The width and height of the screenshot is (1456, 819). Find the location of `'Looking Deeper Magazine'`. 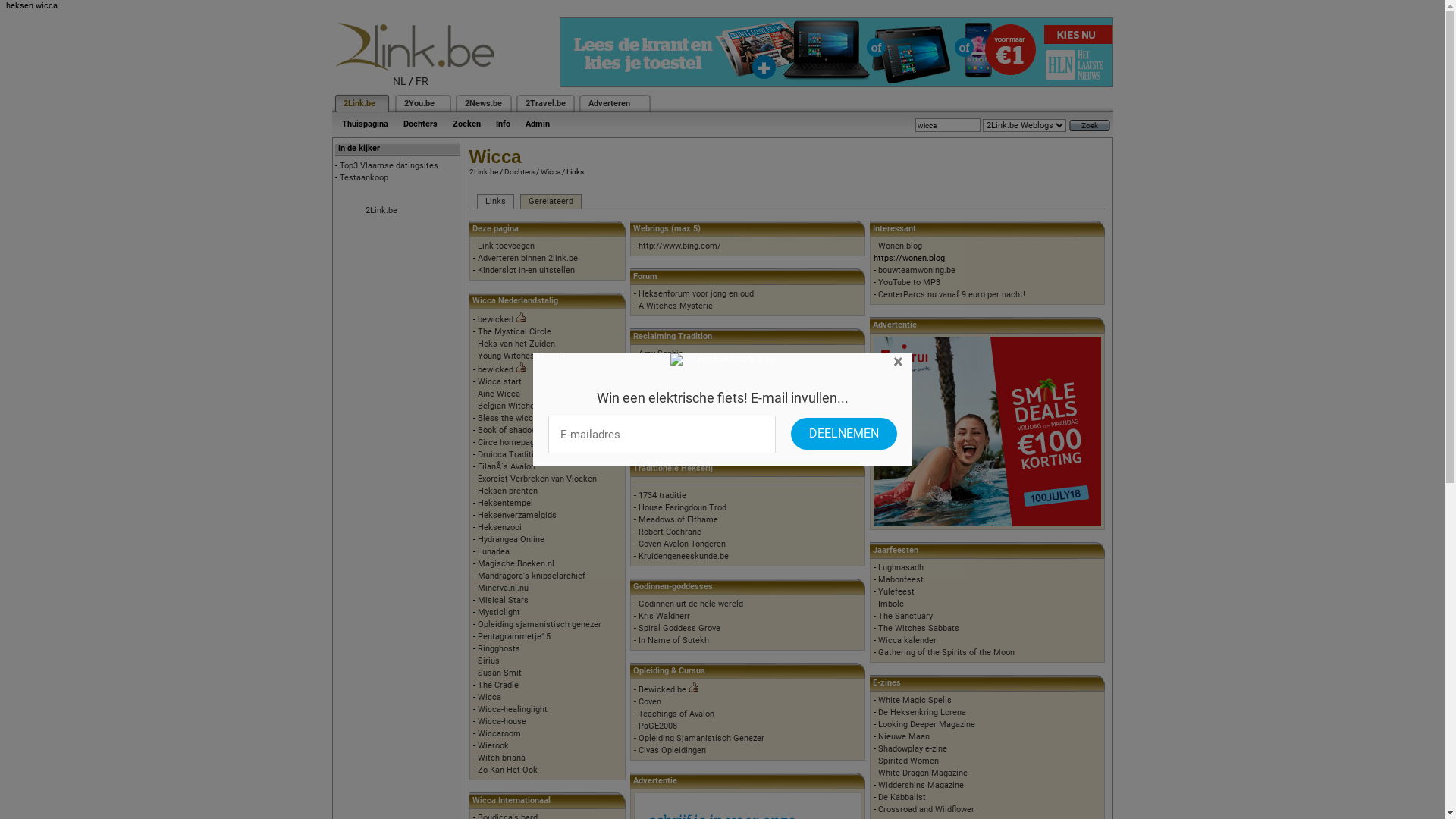

'Looking Deeper Magazine' is located at coordinates (926, 723).